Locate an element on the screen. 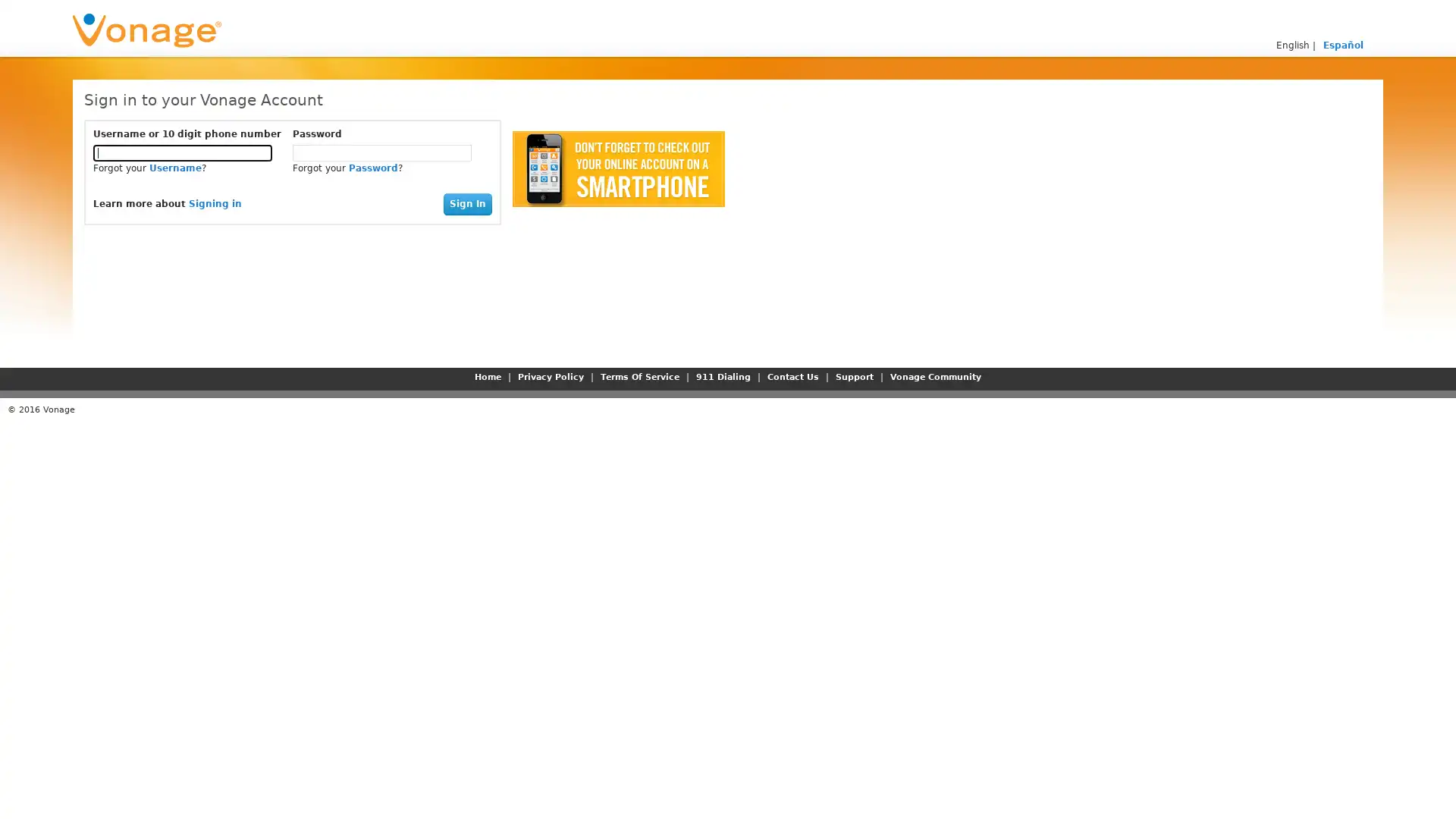  Espanol is located at coordinates (1343, 45).